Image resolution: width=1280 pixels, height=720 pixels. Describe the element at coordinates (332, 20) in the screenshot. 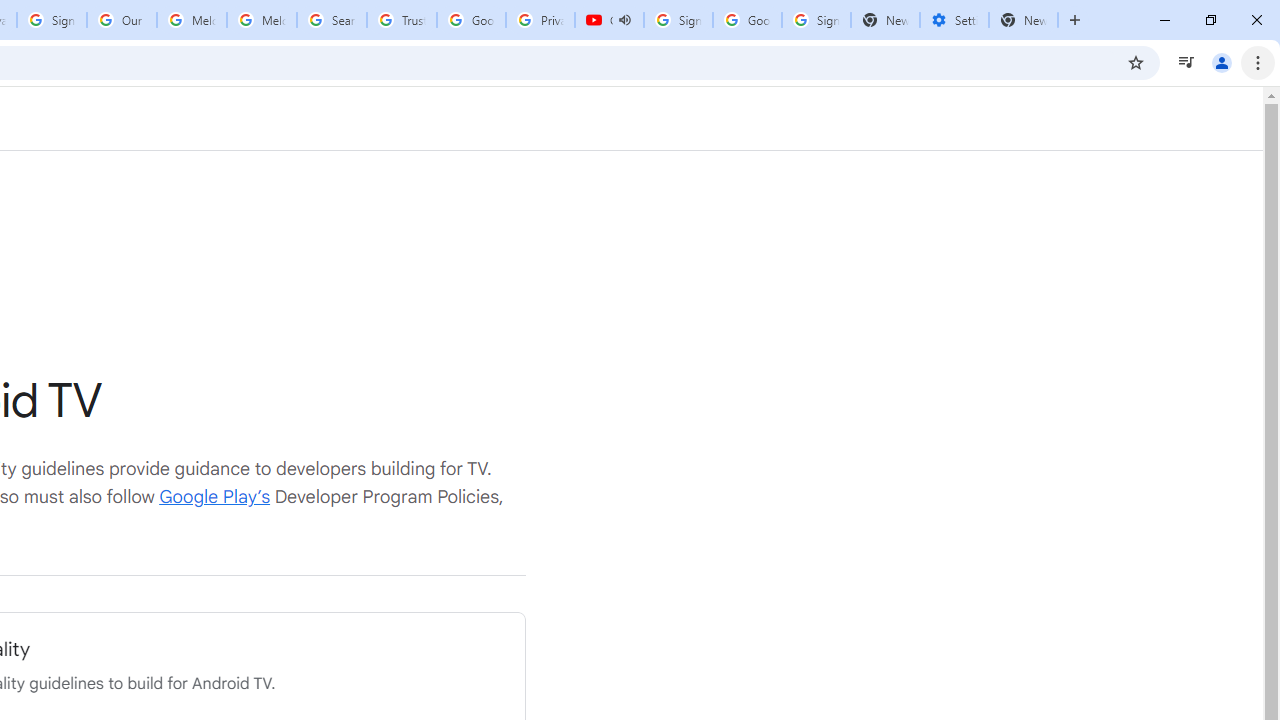

I see `'Search our Doodle Library Collection - Google Doodles'` at that location.